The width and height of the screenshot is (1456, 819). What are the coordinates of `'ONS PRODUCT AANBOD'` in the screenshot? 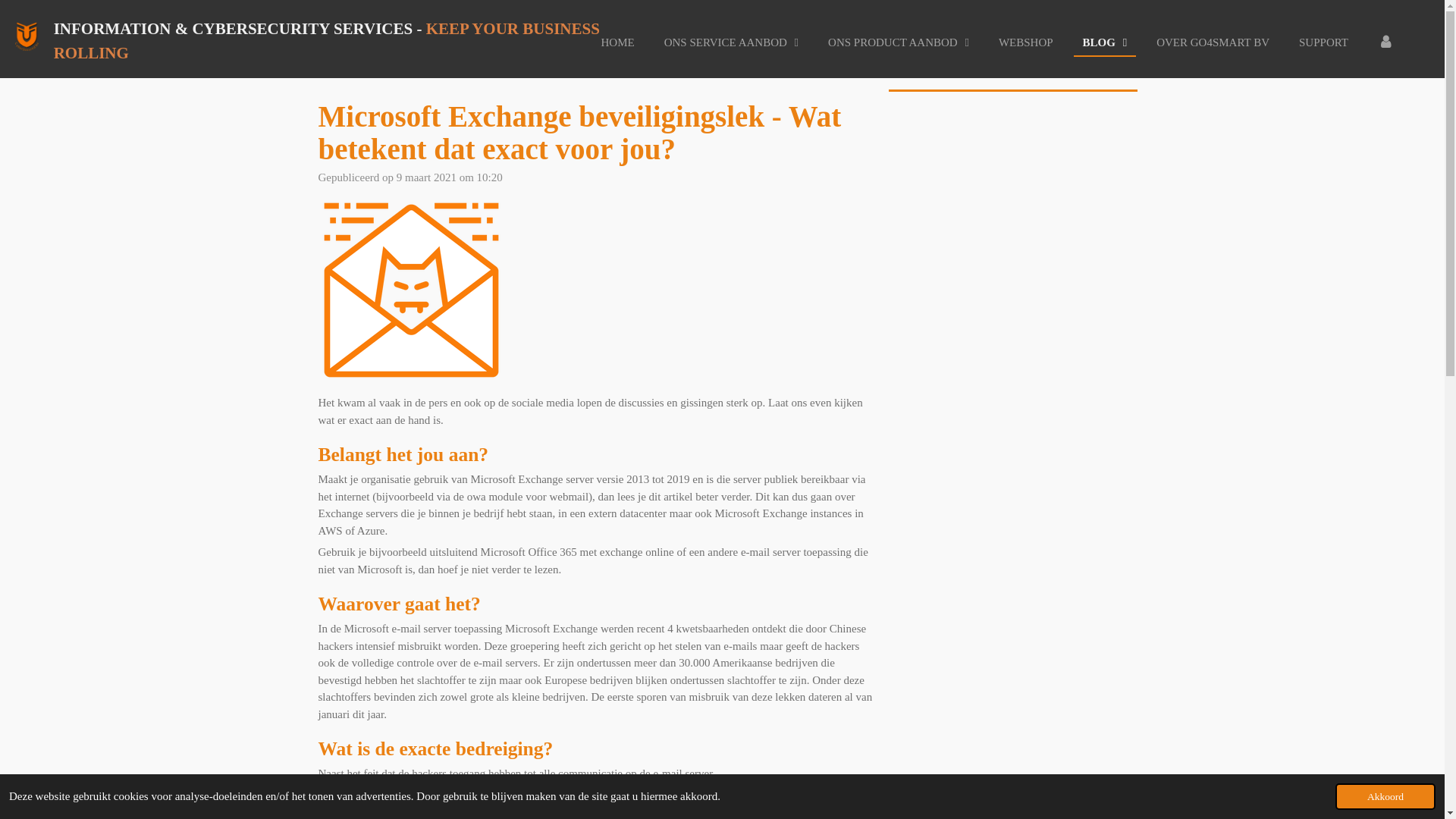 It's located at (818, 42).